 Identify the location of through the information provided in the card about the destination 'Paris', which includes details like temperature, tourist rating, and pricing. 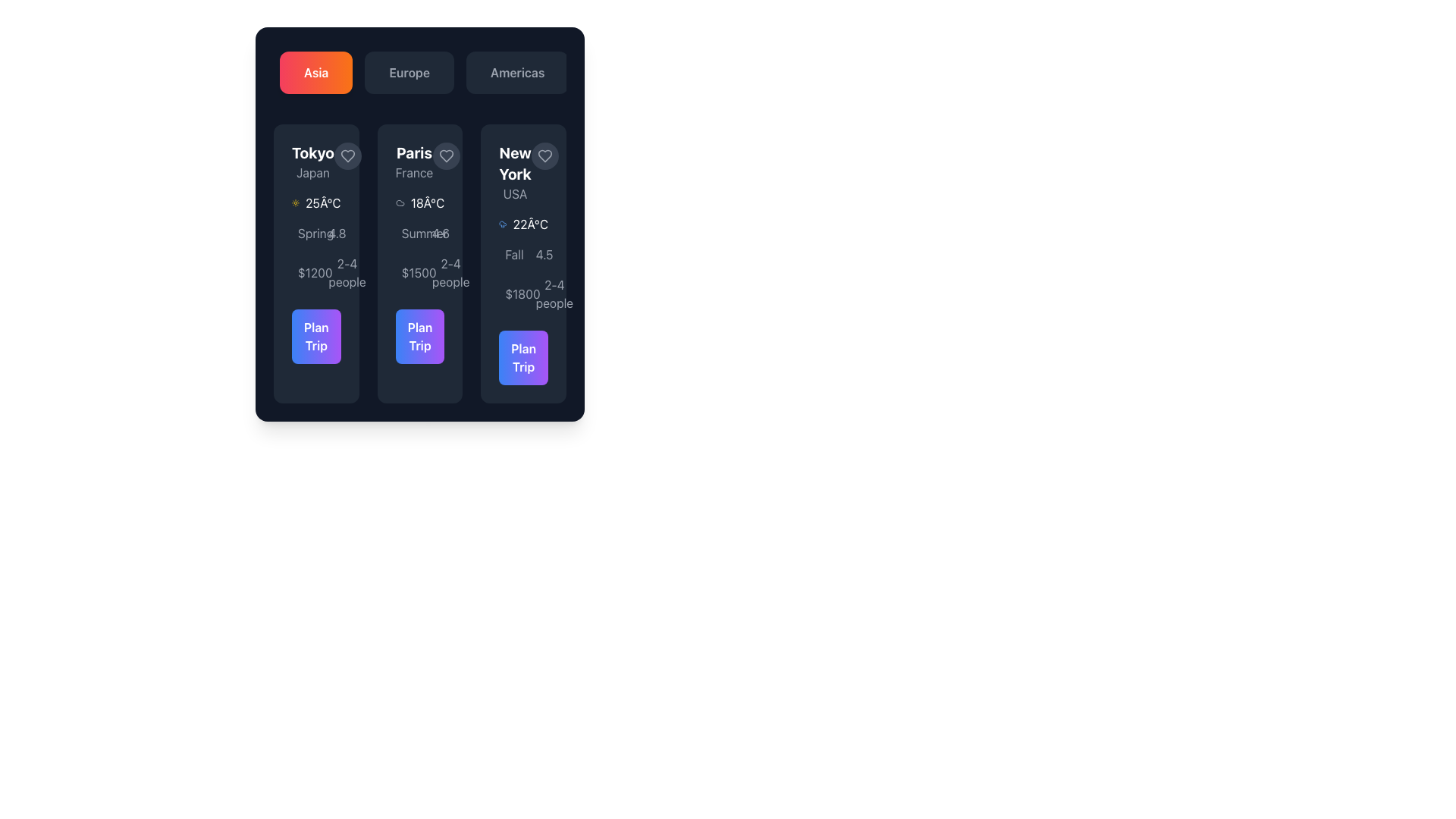
(419, 262).